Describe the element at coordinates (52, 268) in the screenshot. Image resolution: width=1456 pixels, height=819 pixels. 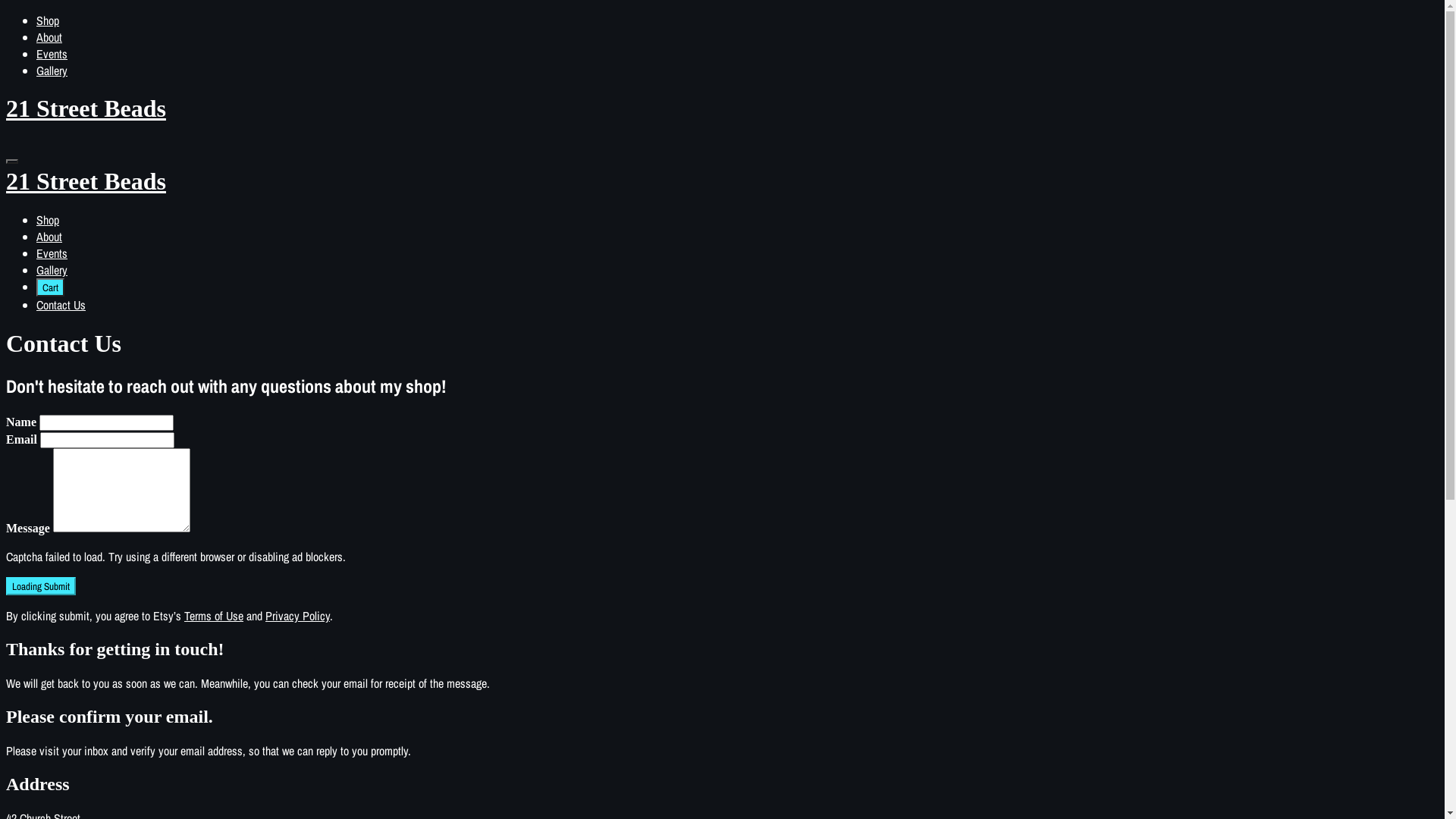
I see `'Gallery'` at that location.